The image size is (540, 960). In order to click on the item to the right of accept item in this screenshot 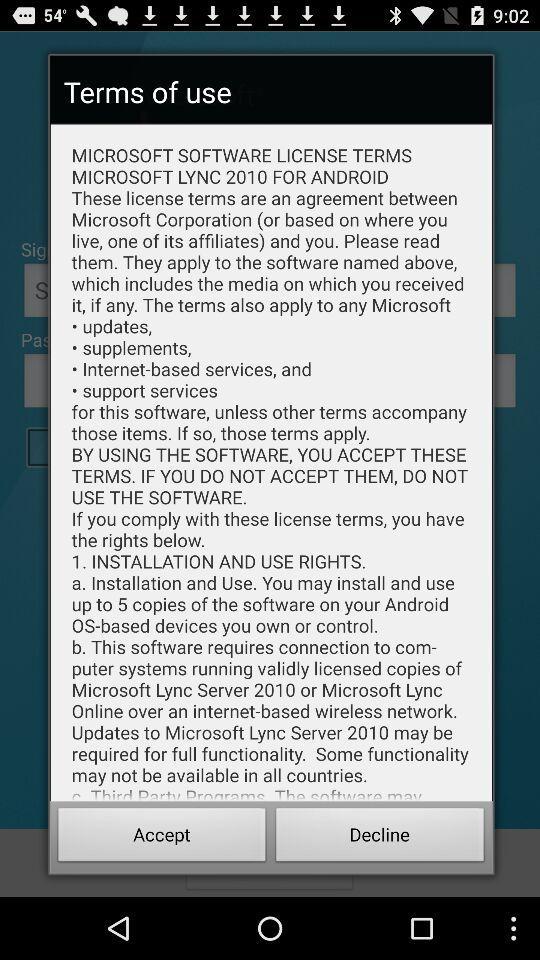, I will do `click(380, 837)`.